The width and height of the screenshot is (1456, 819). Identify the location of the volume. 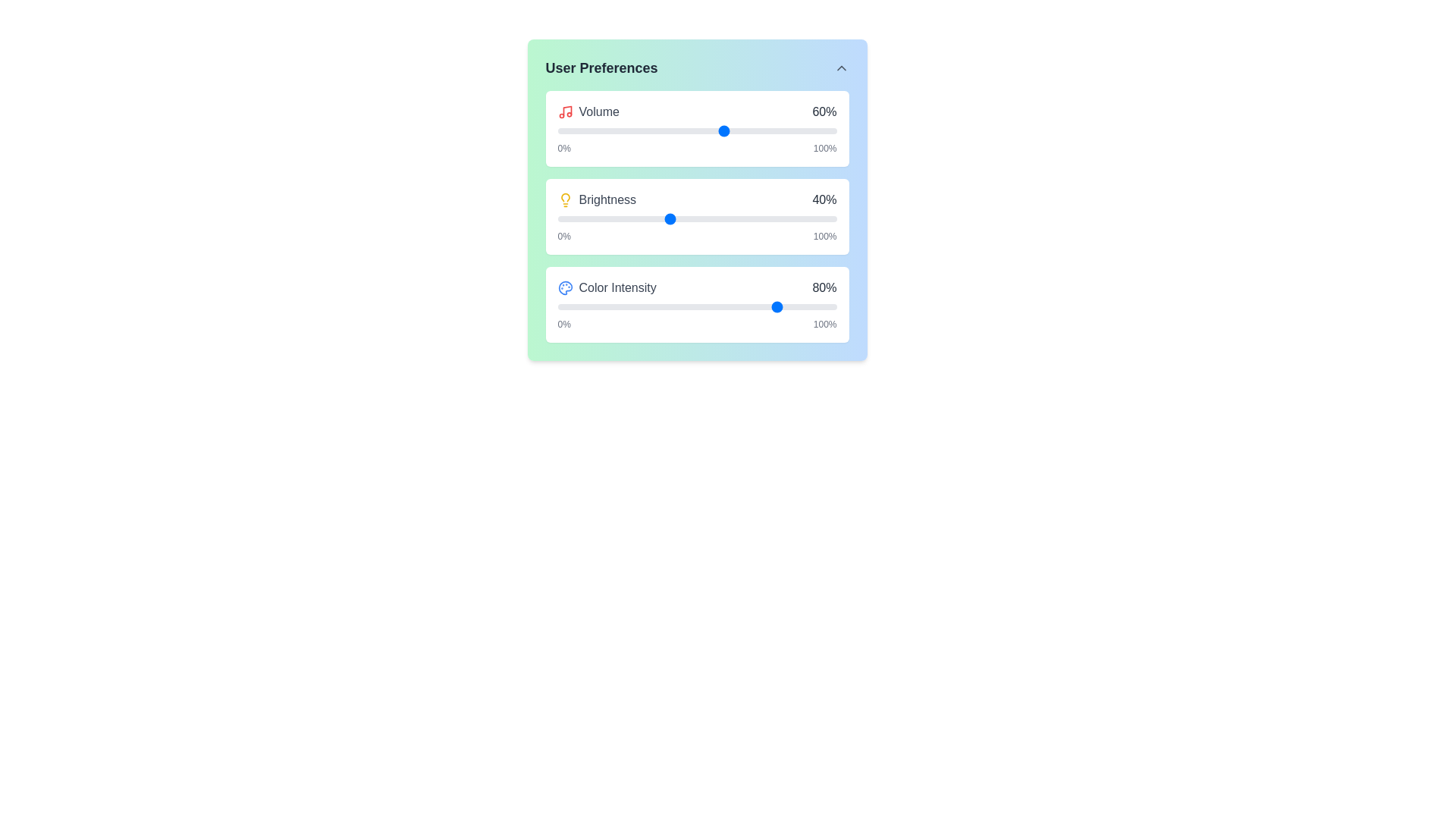
(708, 130).